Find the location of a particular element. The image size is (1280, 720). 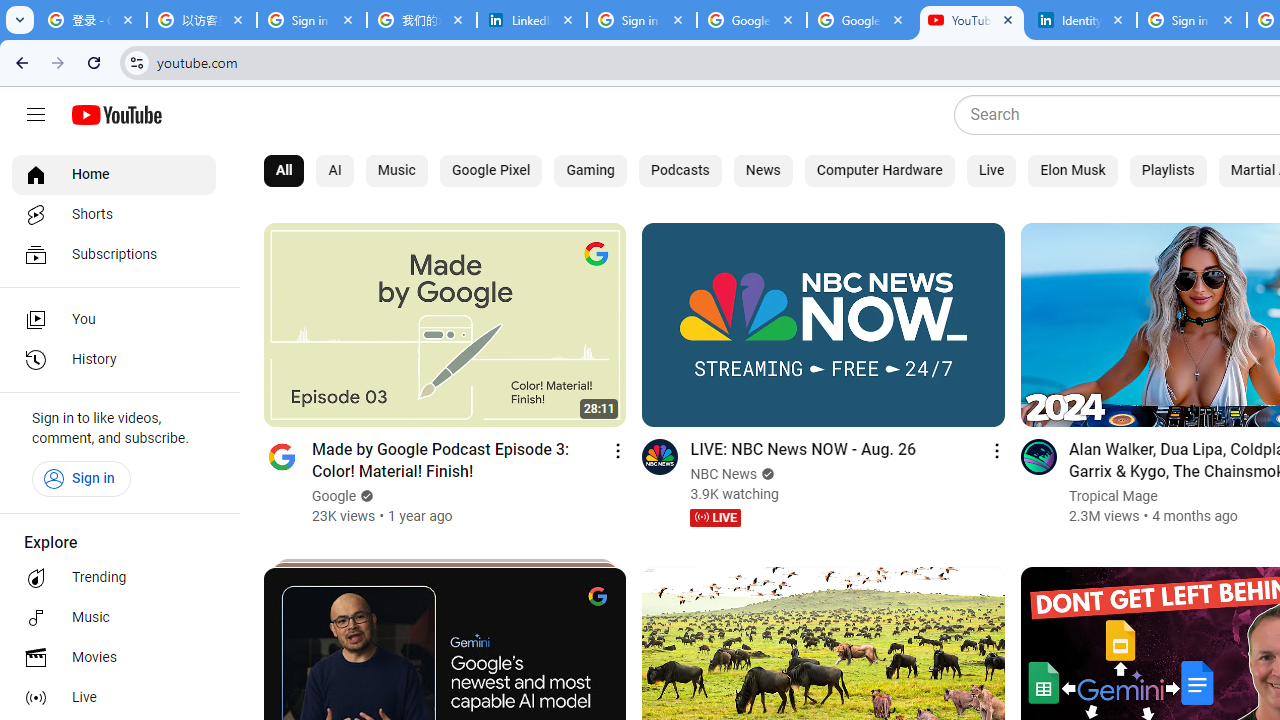

'NBC News' is located at coordinates (723, 474).